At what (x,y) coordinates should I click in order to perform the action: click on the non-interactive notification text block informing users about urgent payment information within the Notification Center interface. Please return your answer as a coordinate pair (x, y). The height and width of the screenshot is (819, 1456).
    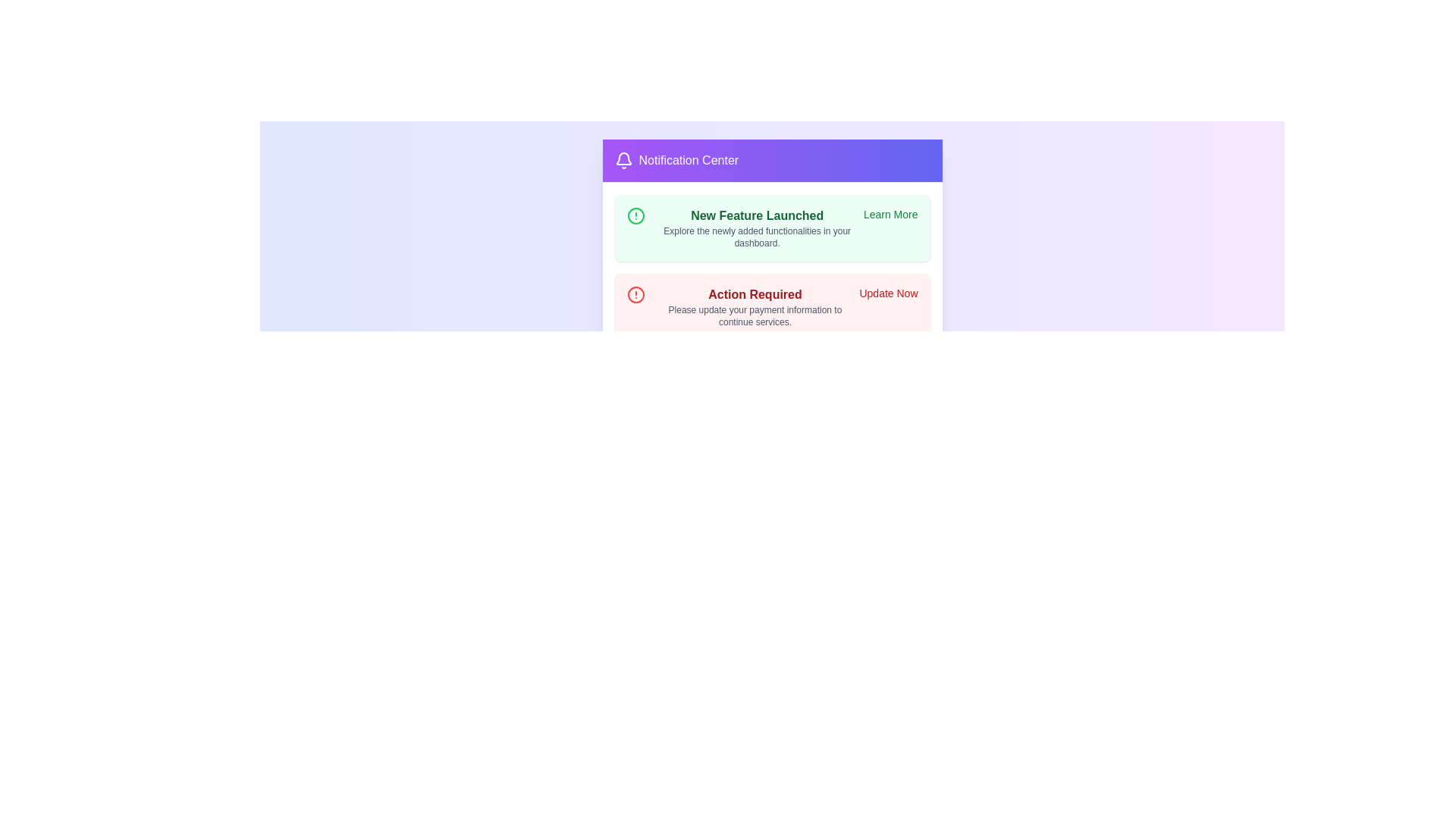
    Looking at the image, I should click on (755, 307).